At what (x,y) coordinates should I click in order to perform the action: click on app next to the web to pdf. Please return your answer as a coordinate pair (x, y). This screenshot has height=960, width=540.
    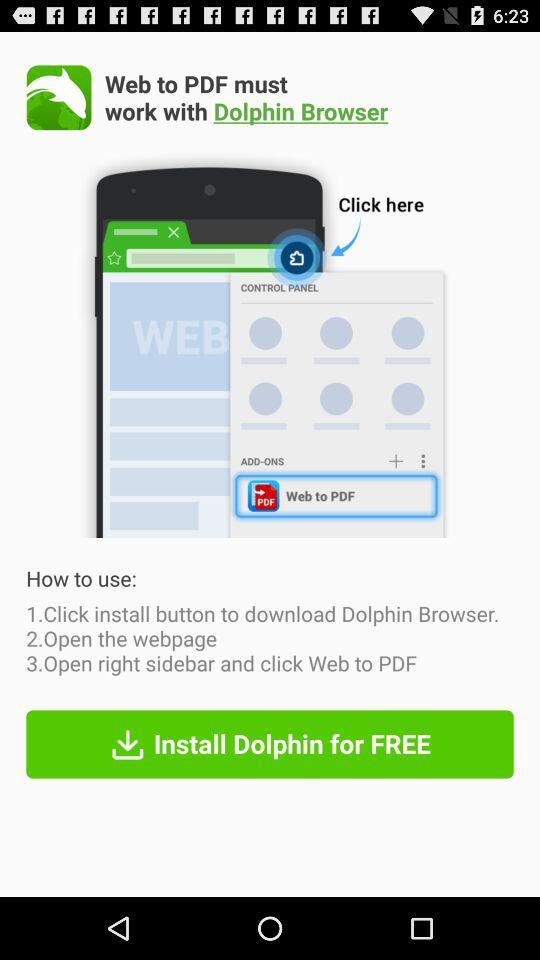
    Looking at the image, I should click on (59, 97).